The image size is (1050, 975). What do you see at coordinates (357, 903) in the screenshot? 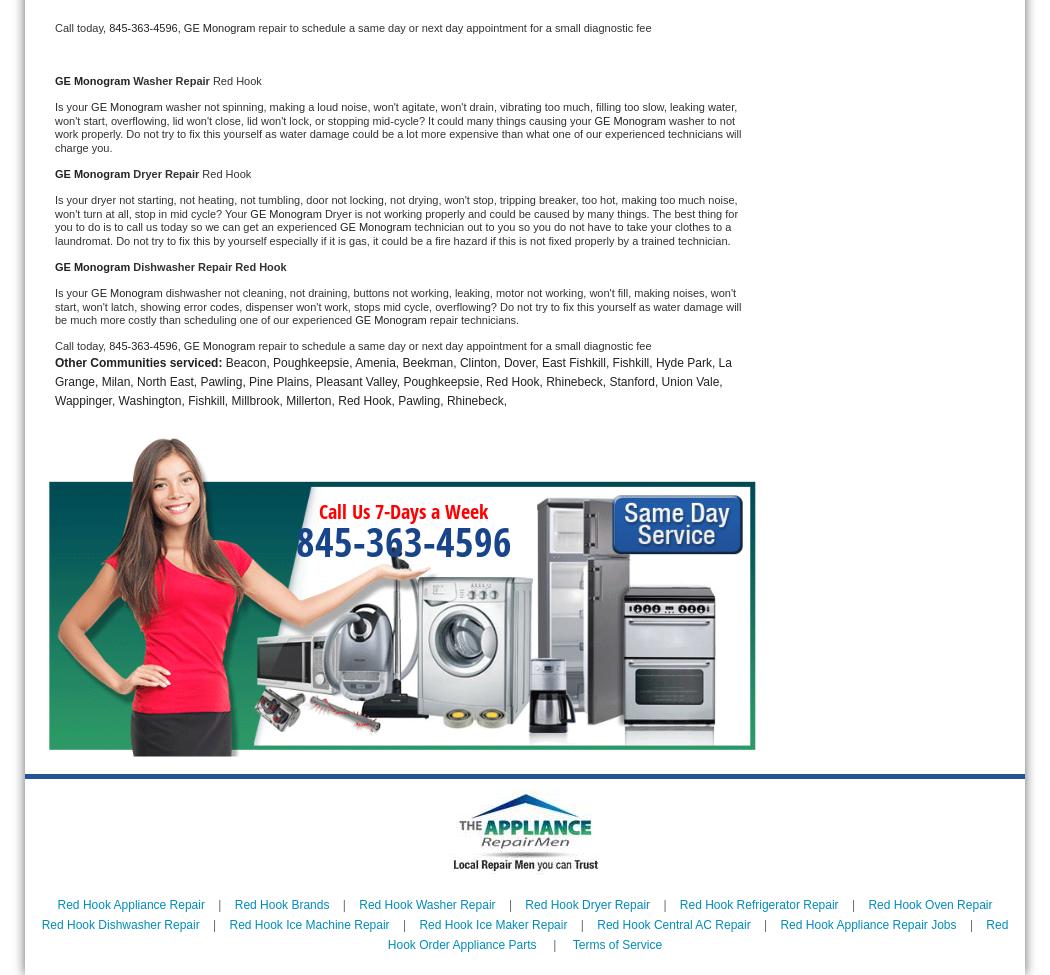
I see `'Red Hook Washer Repair'` at bounding box center [357, 903].